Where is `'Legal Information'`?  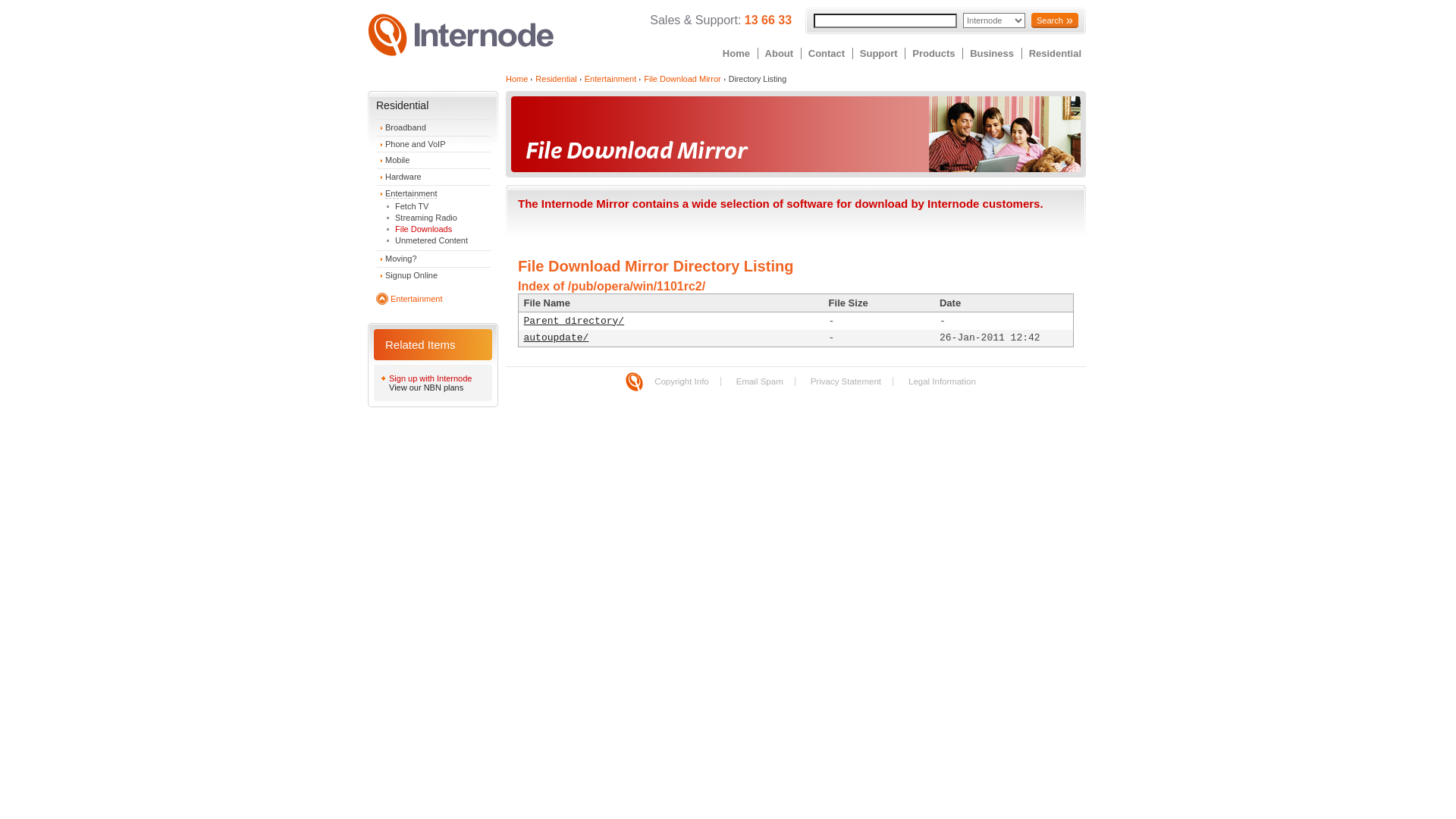
'Legal Information' is located at coordinates (901, 380).